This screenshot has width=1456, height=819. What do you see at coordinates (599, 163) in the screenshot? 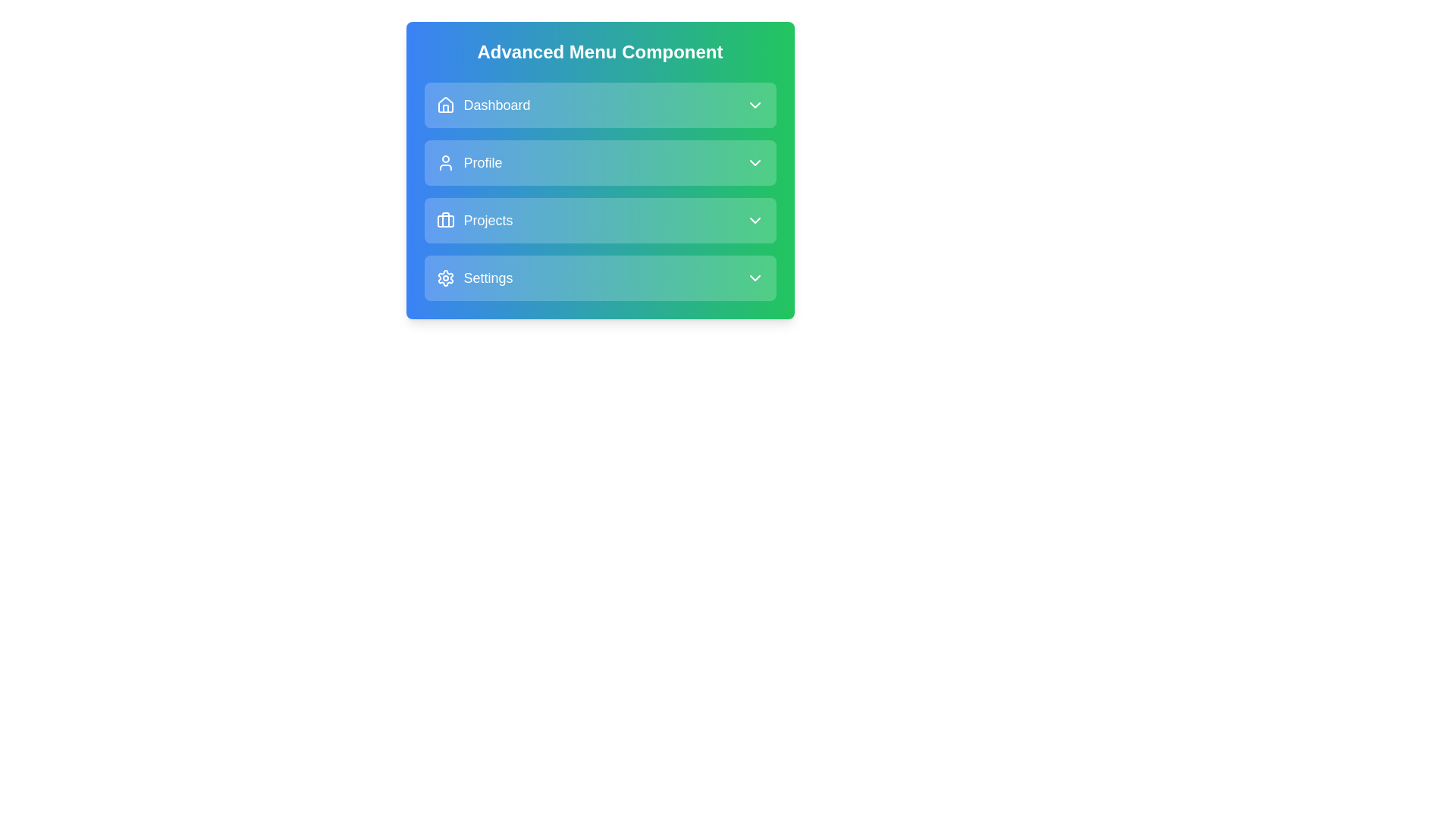
I see `the 'Profile' menu item in the navigation menu for keyboard navigation` at bounding box center [599, 163].